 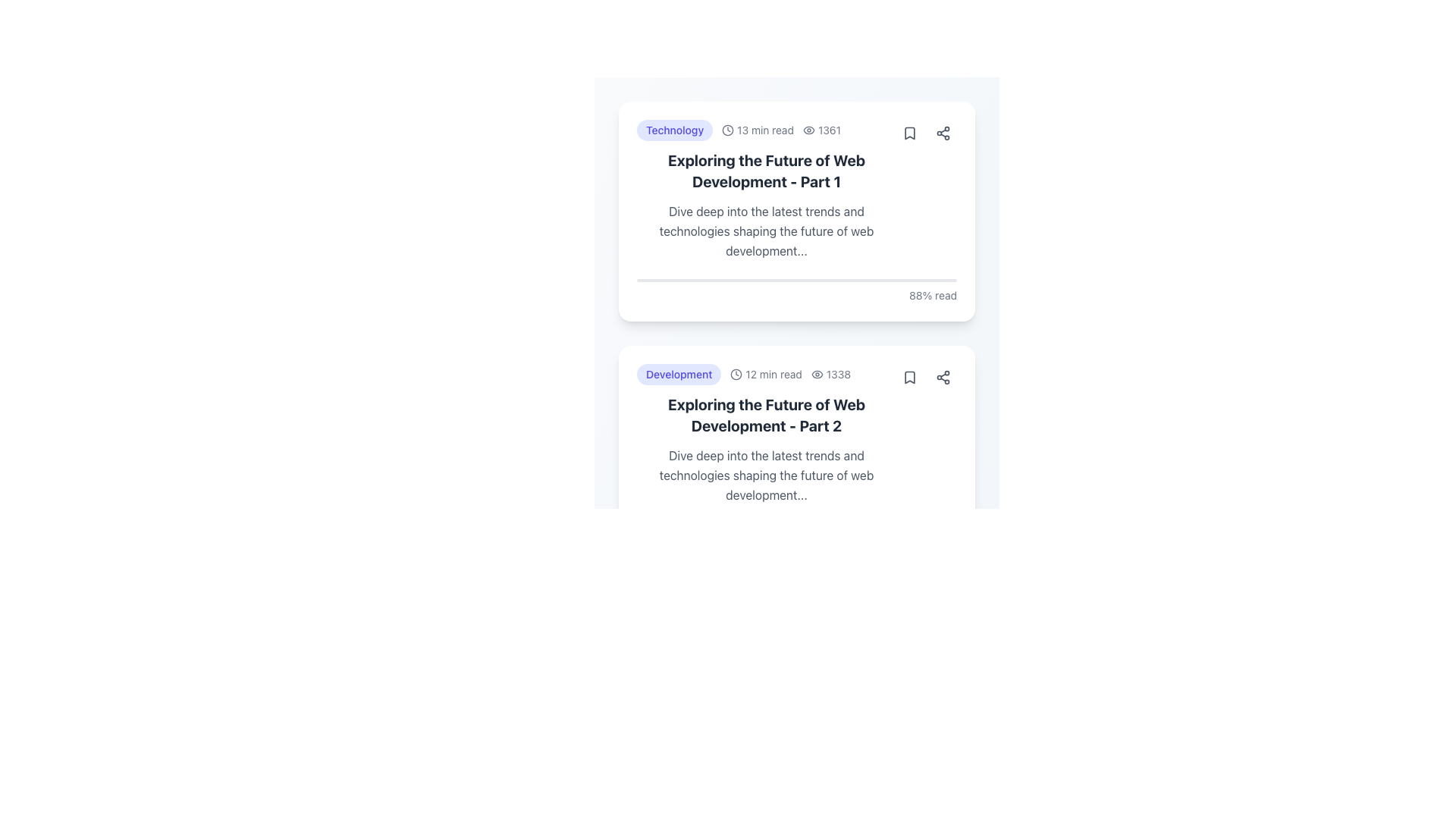 I want to click on the text label displaying the number '1338' with an eye icon to its left, located in the second content card, so click(x=830, y=374).